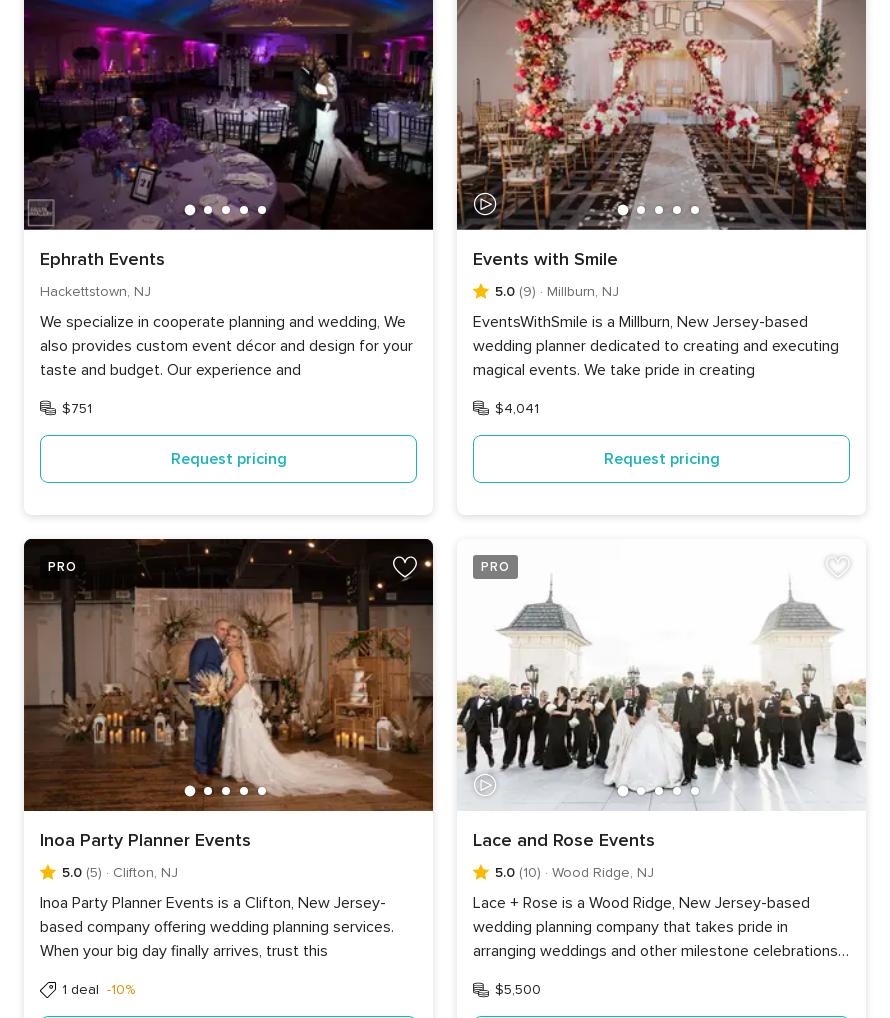 The height and width of the screenshot is (1018, 890). Describe the element at coordinates (516, 407) in the screenshot. I see `'$4,041'` at that location.